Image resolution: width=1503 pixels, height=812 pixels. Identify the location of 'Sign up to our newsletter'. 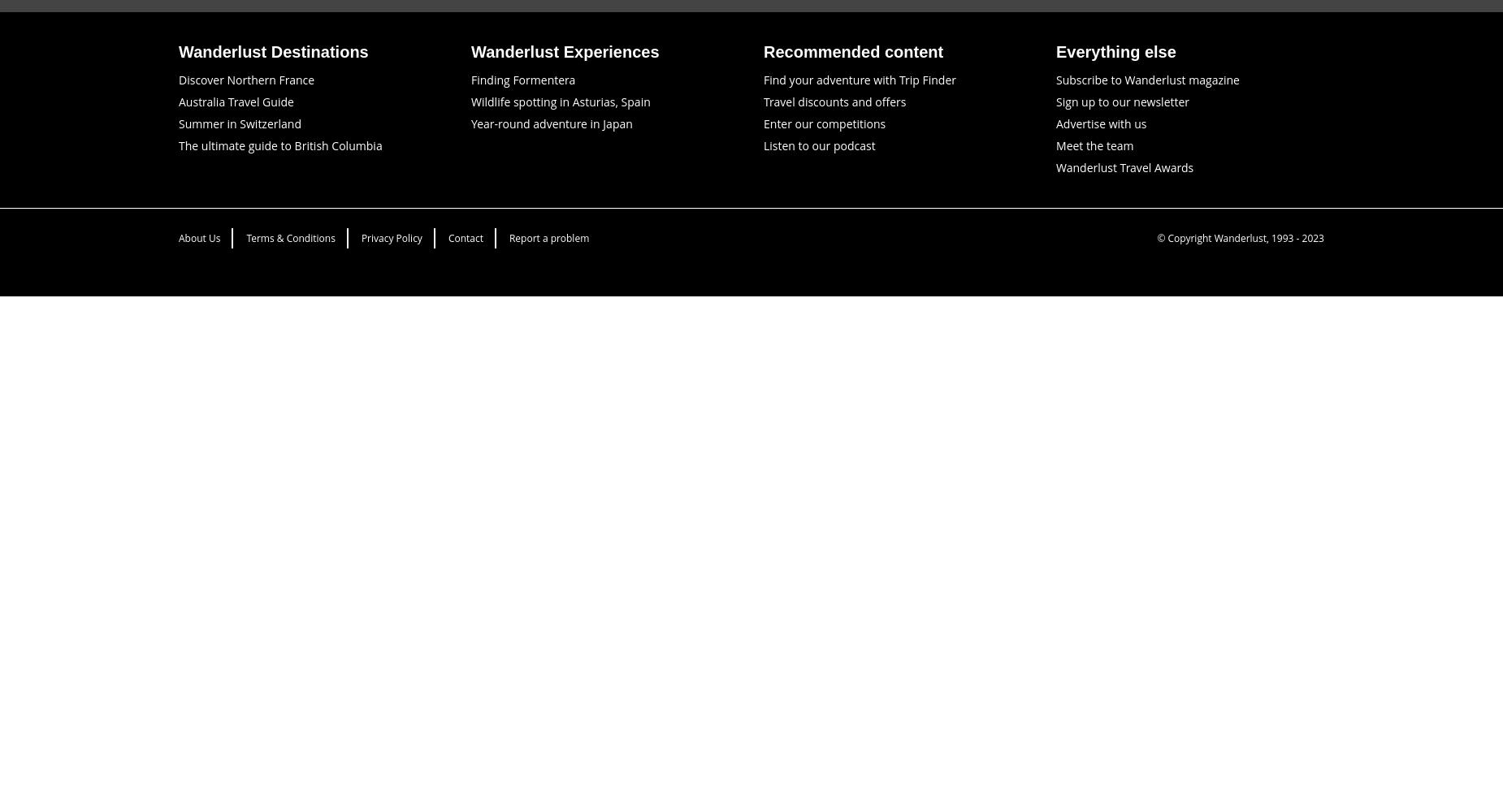
(1121, 100).